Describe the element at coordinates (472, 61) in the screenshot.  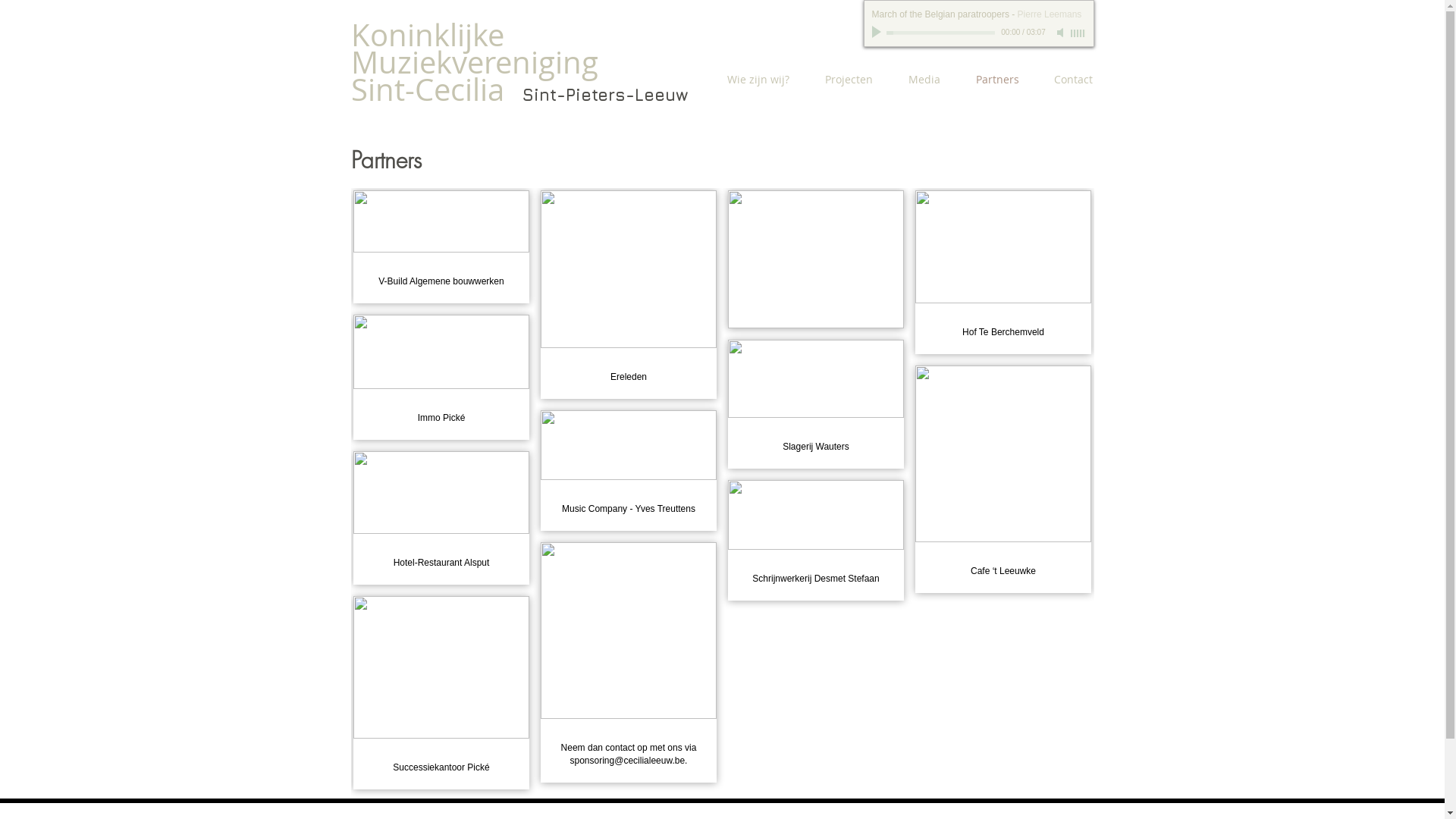
I see `'Koninklijke Muziekvereniging Sint-Cecilia'` at that location.